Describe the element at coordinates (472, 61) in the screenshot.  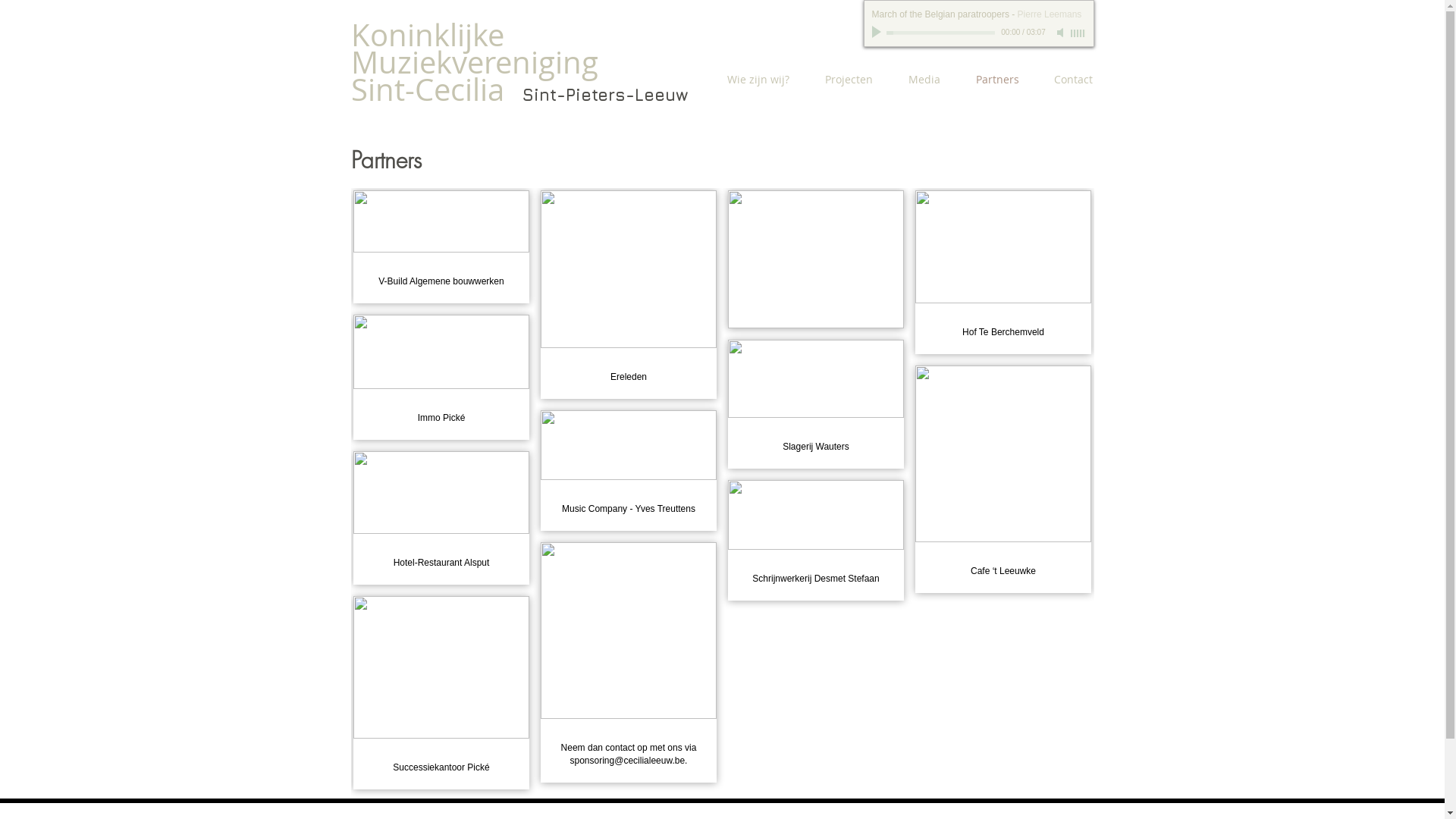
I see `'Koninklijke Muziekvereniging Sint-Cecilia'` at that location.